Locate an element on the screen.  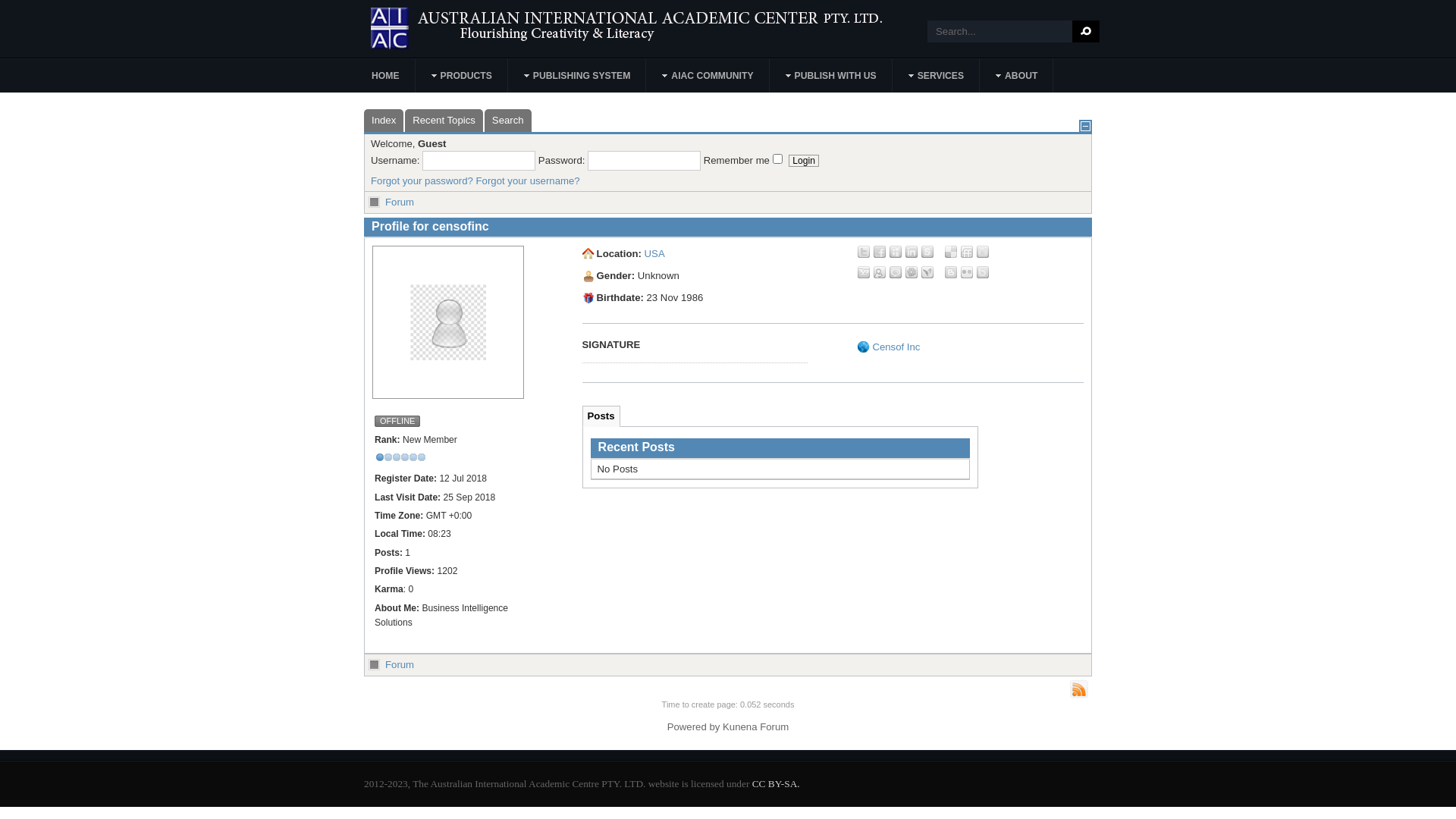
'USA' is located at coordinates (644, 253).